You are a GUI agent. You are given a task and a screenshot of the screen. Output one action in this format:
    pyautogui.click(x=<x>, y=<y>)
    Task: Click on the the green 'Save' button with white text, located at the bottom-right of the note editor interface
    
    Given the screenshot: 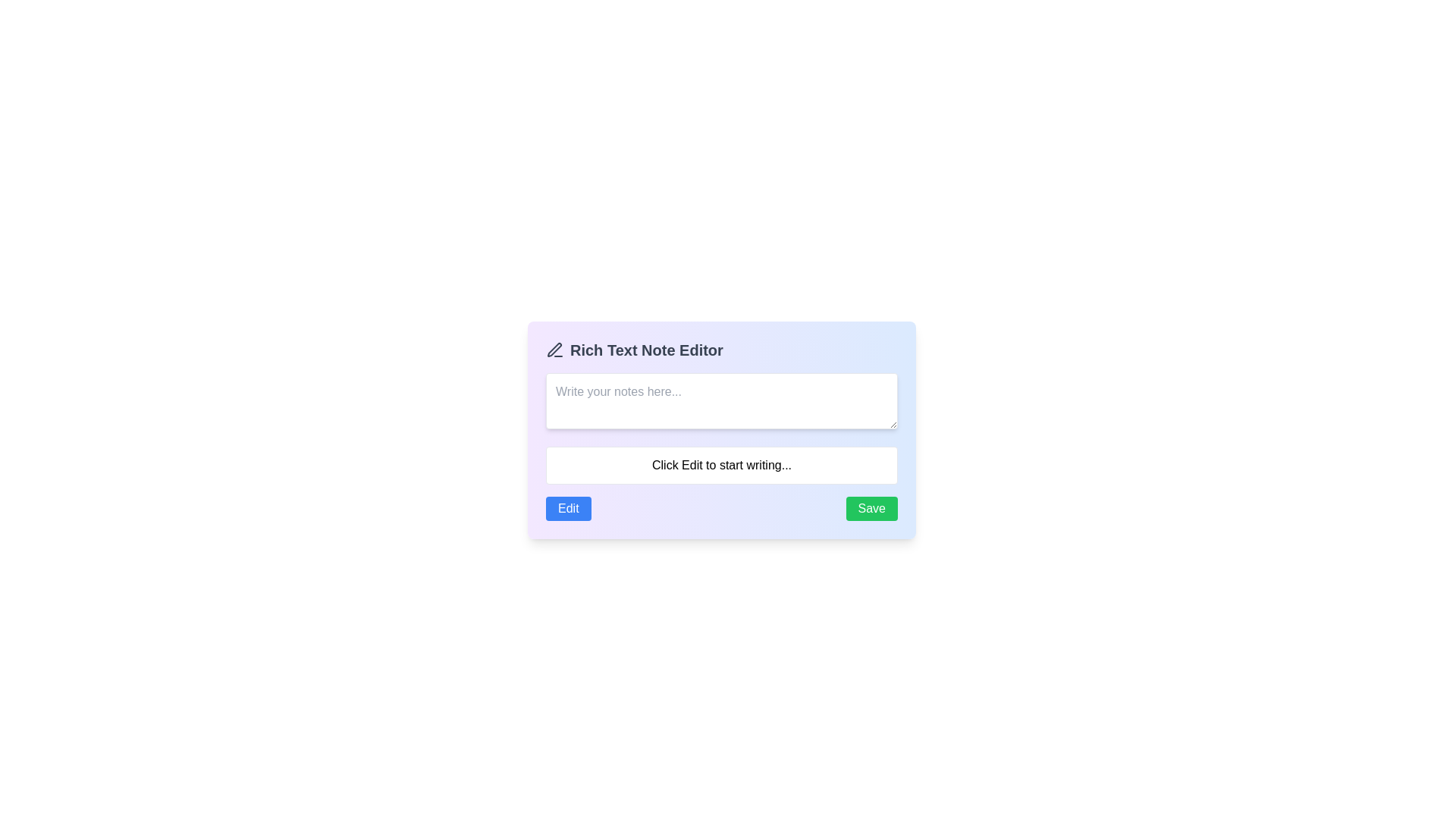 What is the action you would take?
    pyautogui.click(x=871, y=509)
    